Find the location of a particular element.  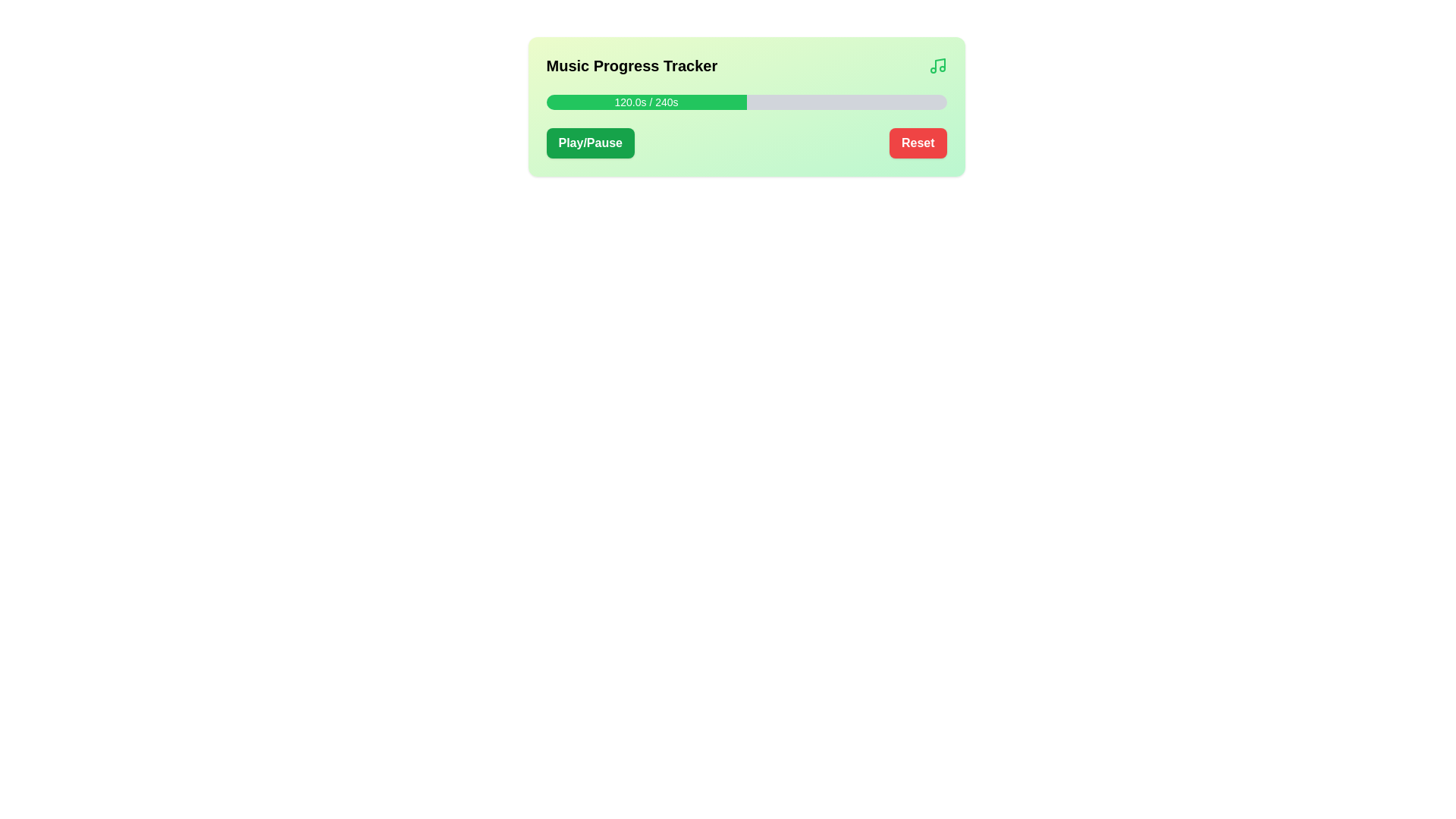

the text label reading 'Music Progress Tracker' which is styled in bold and larger font on a green gradient background is located at coordinates (632, 65).